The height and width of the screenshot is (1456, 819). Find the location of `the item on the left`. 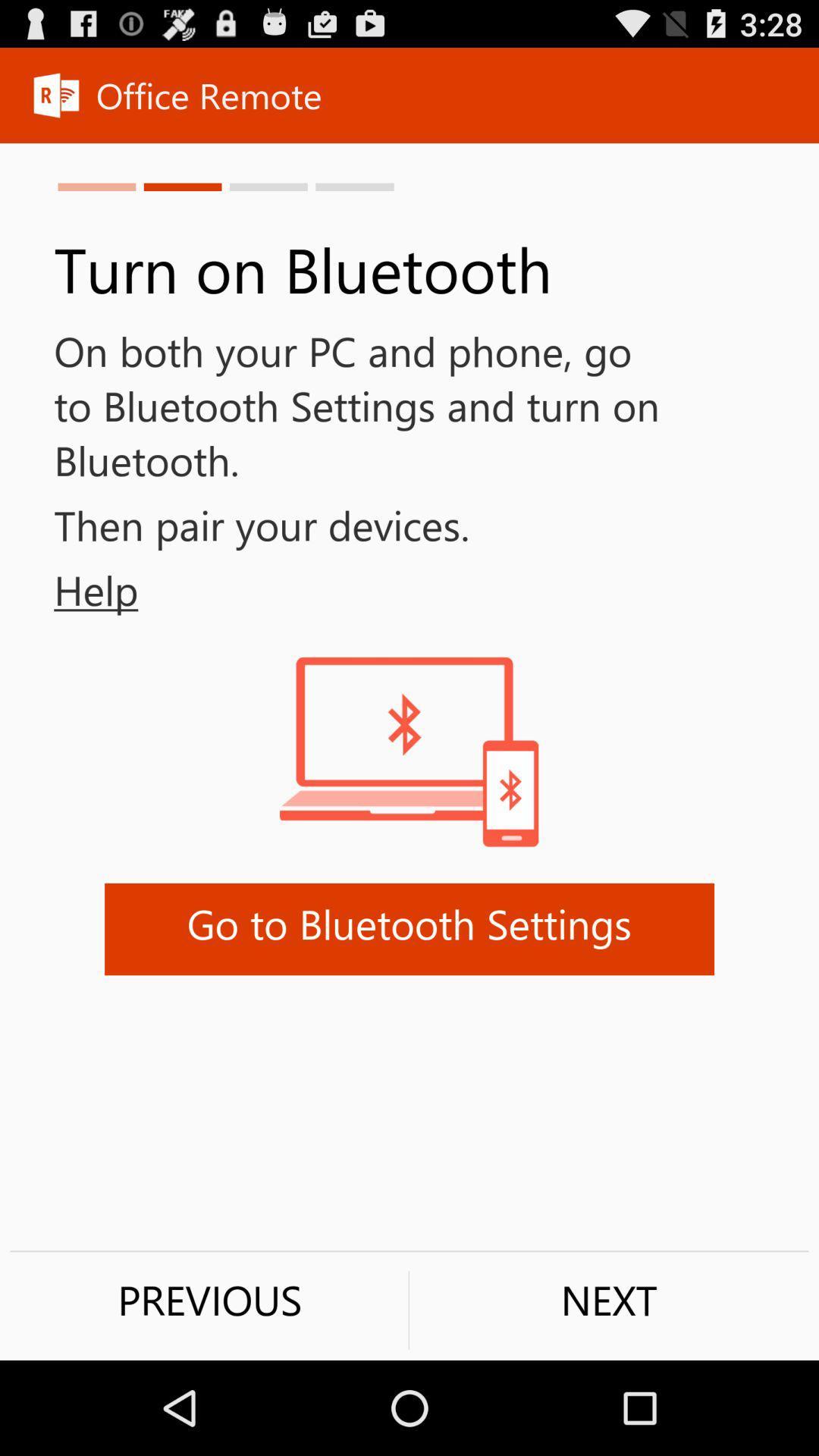

the item on the left is located at coordinates (69, 589).